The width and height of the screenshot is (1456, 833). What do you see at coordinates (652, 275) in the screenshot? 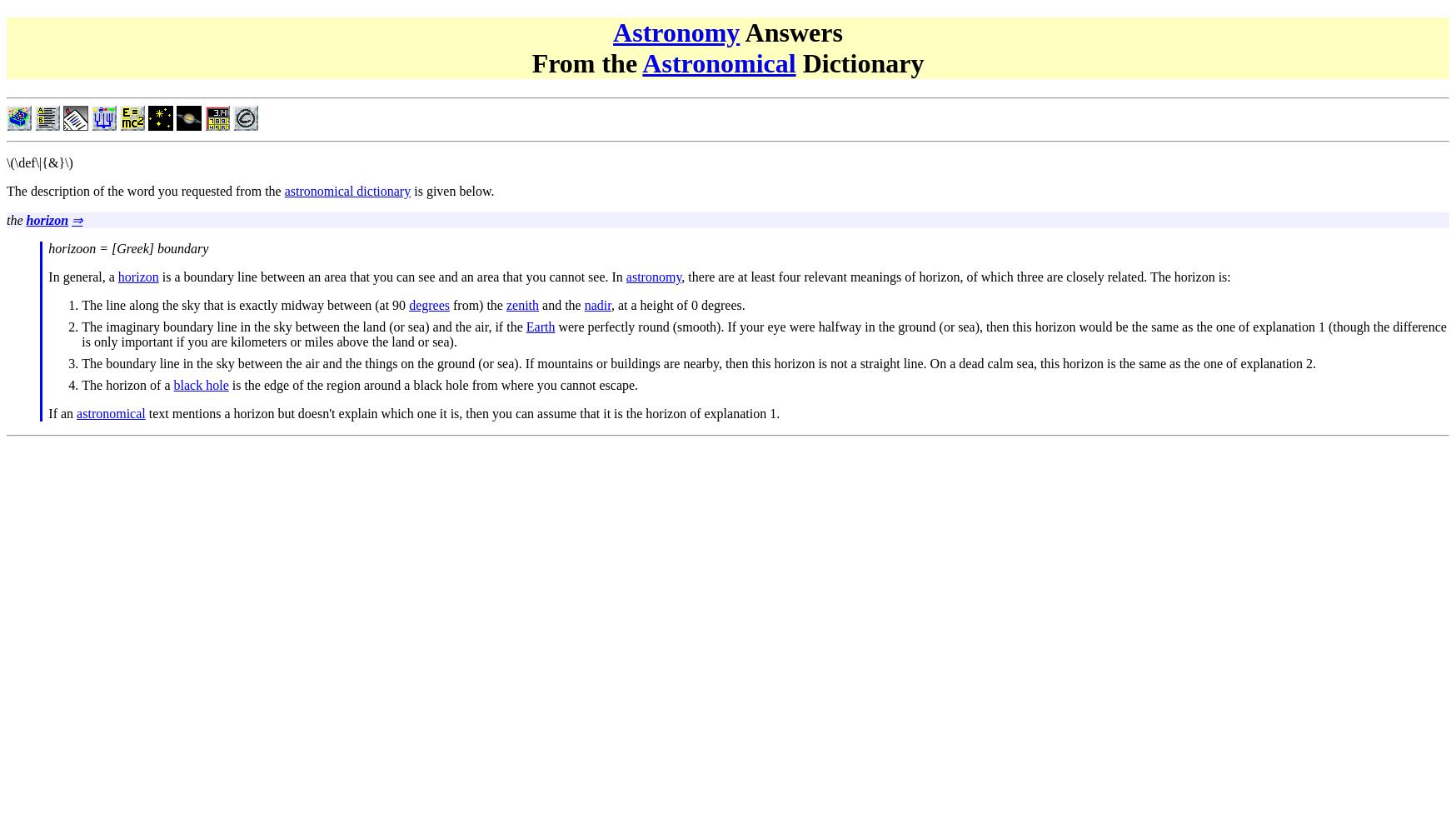
I see `'astronomy'` at bounding box center [652, 275].